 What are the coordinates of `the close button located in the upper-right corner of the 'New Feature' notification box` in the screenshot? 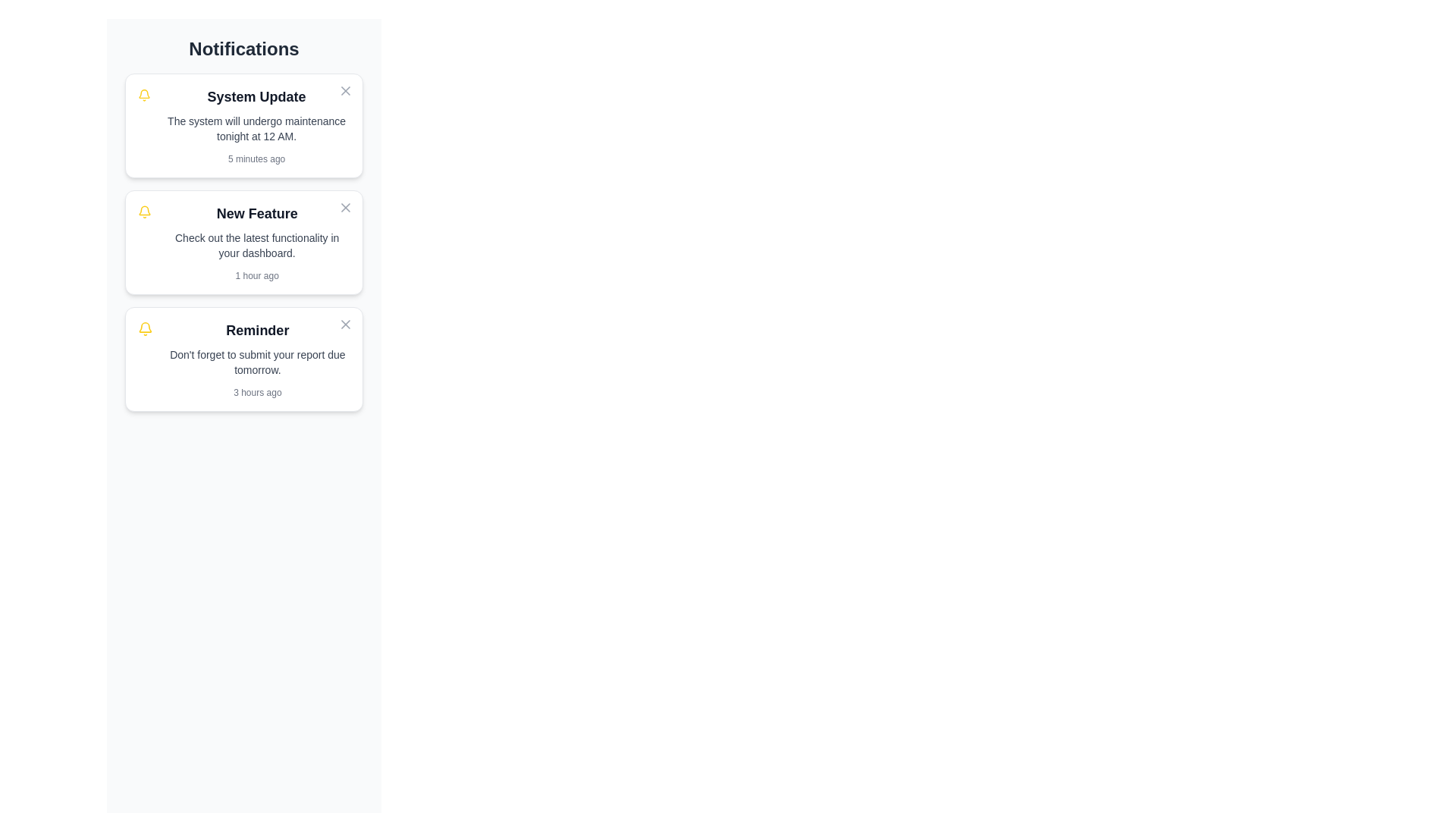 It's located at (345, 207).